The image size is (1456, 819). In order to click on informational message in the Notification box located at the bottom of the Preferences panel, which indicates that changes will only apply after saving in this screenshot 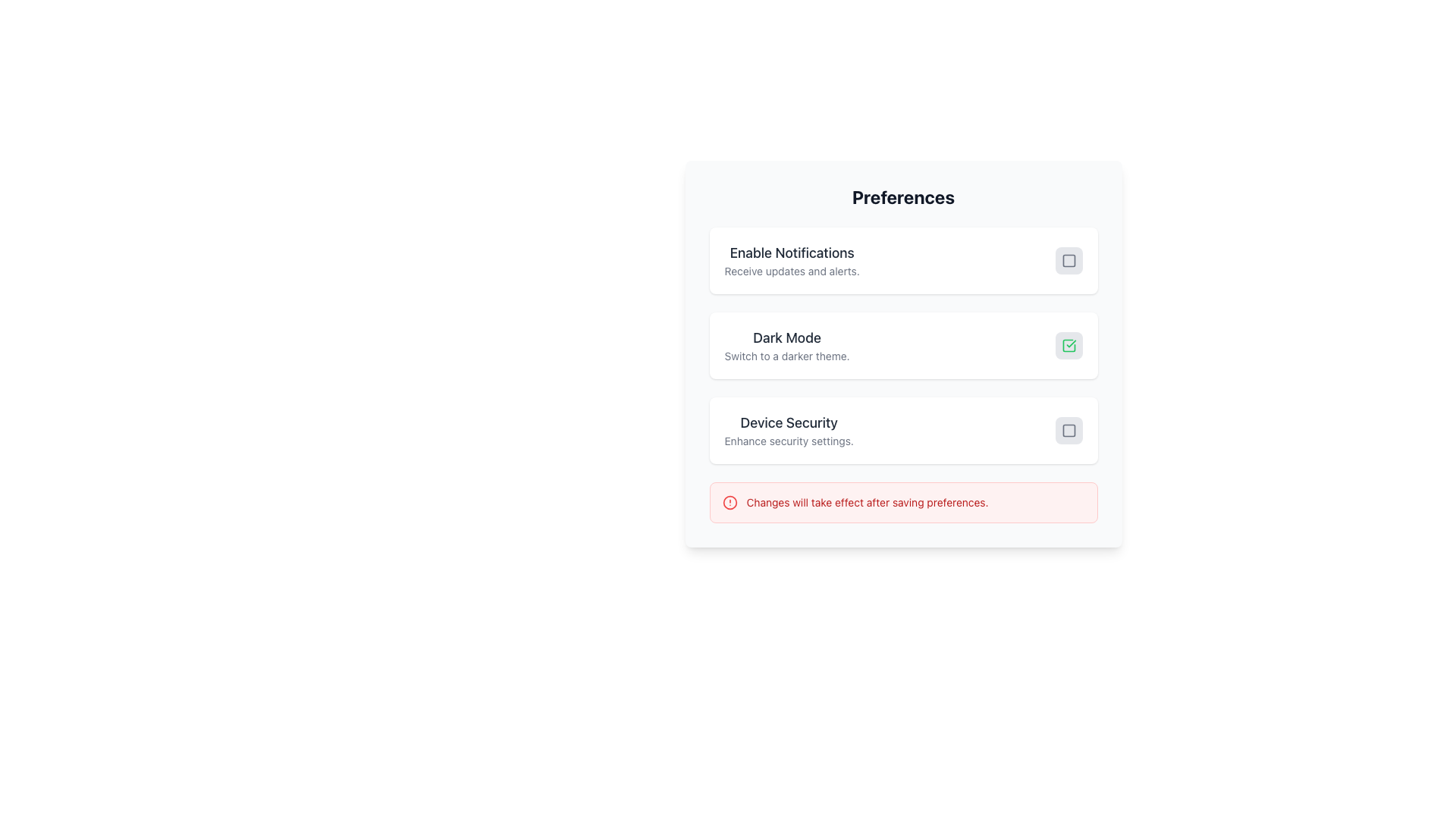, I will do `click(903, 503)`.